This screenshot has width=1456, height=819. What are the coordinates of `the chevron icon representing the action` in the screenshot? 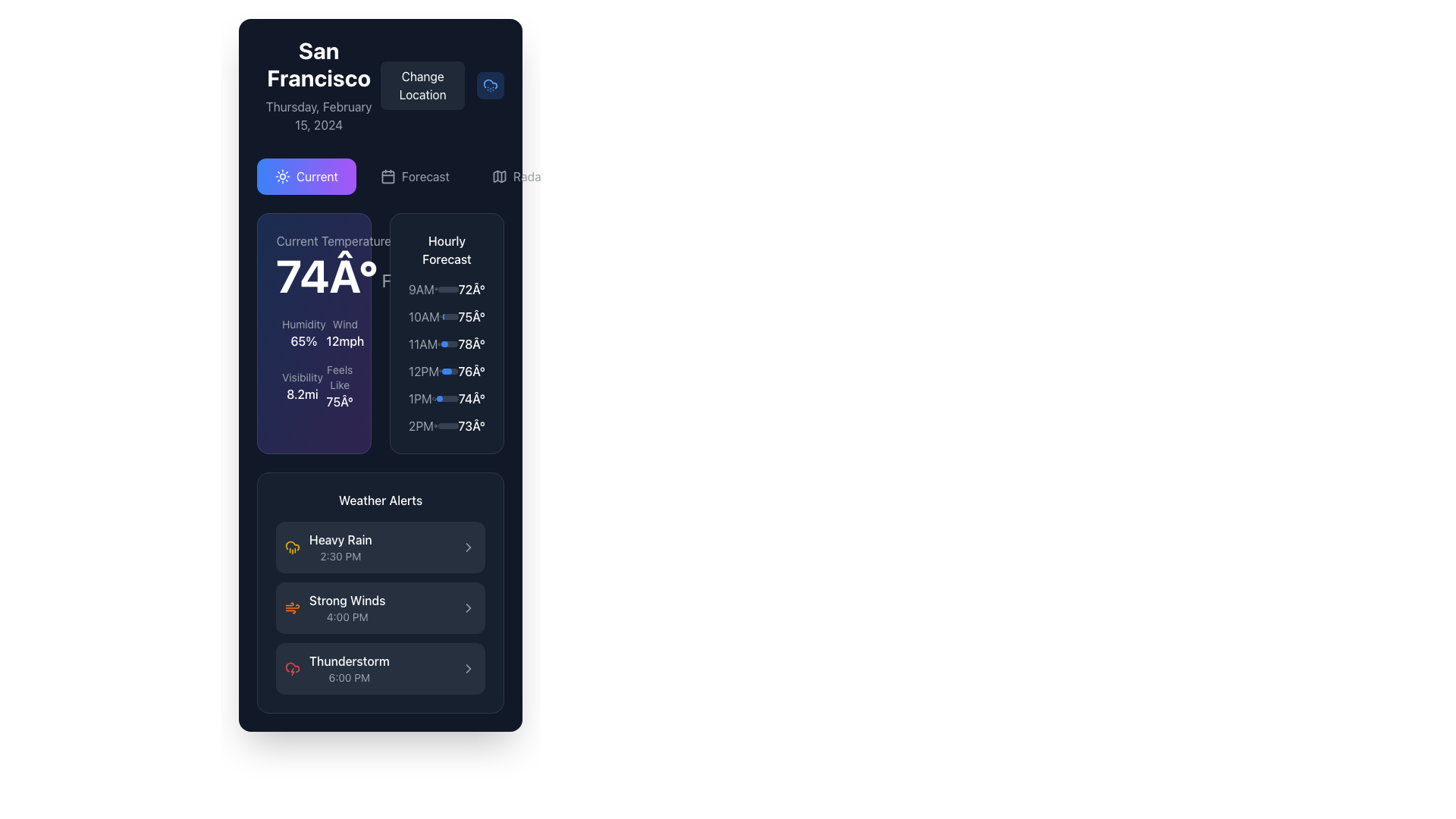 It's located at (468, 547).